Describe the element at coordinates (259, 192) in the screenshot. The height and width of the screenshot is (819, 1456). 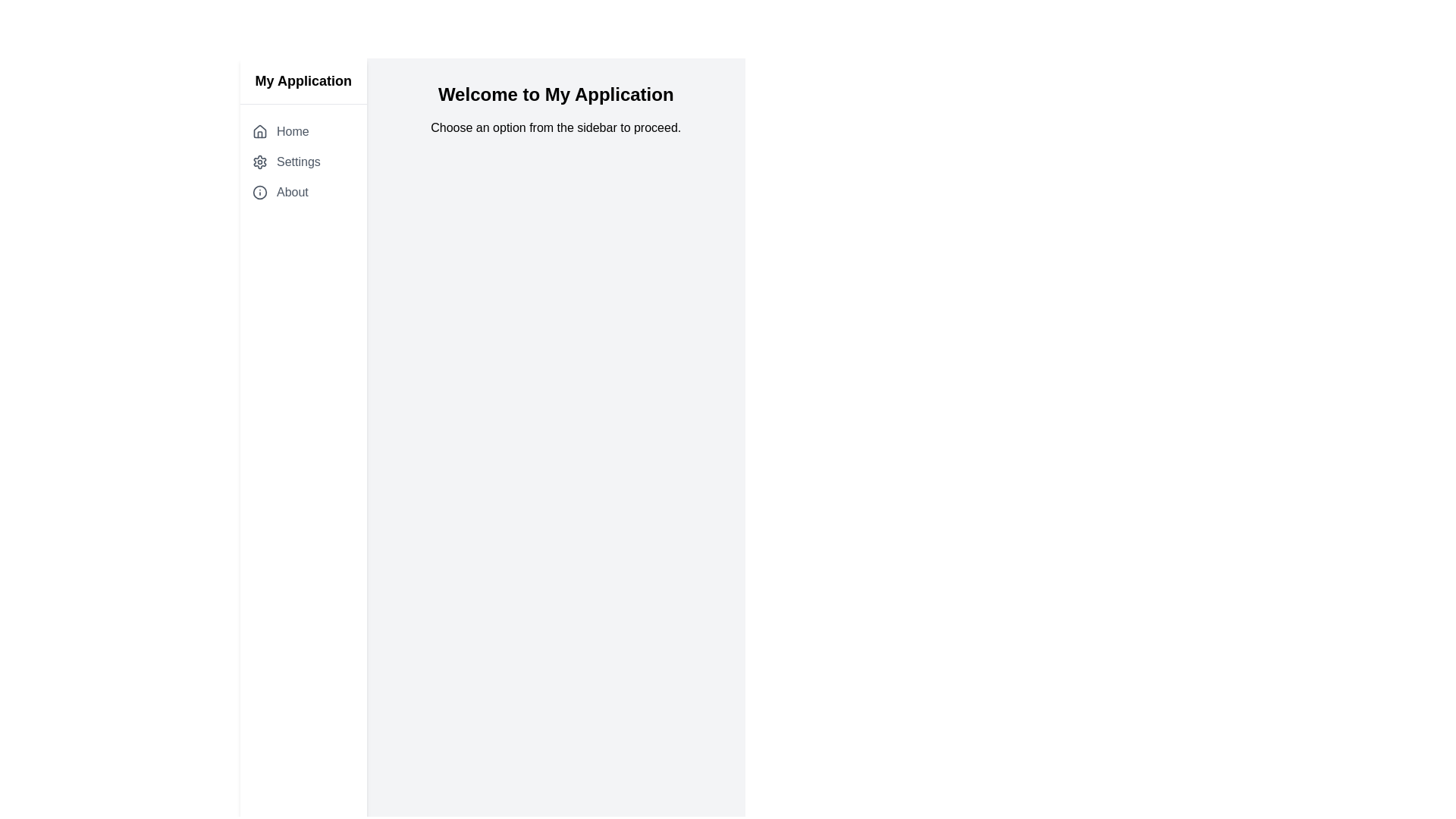
I see `the 'About' icon in the vertical navigation menu, which is the third item following 'Home' and 'Settings'` at that location.